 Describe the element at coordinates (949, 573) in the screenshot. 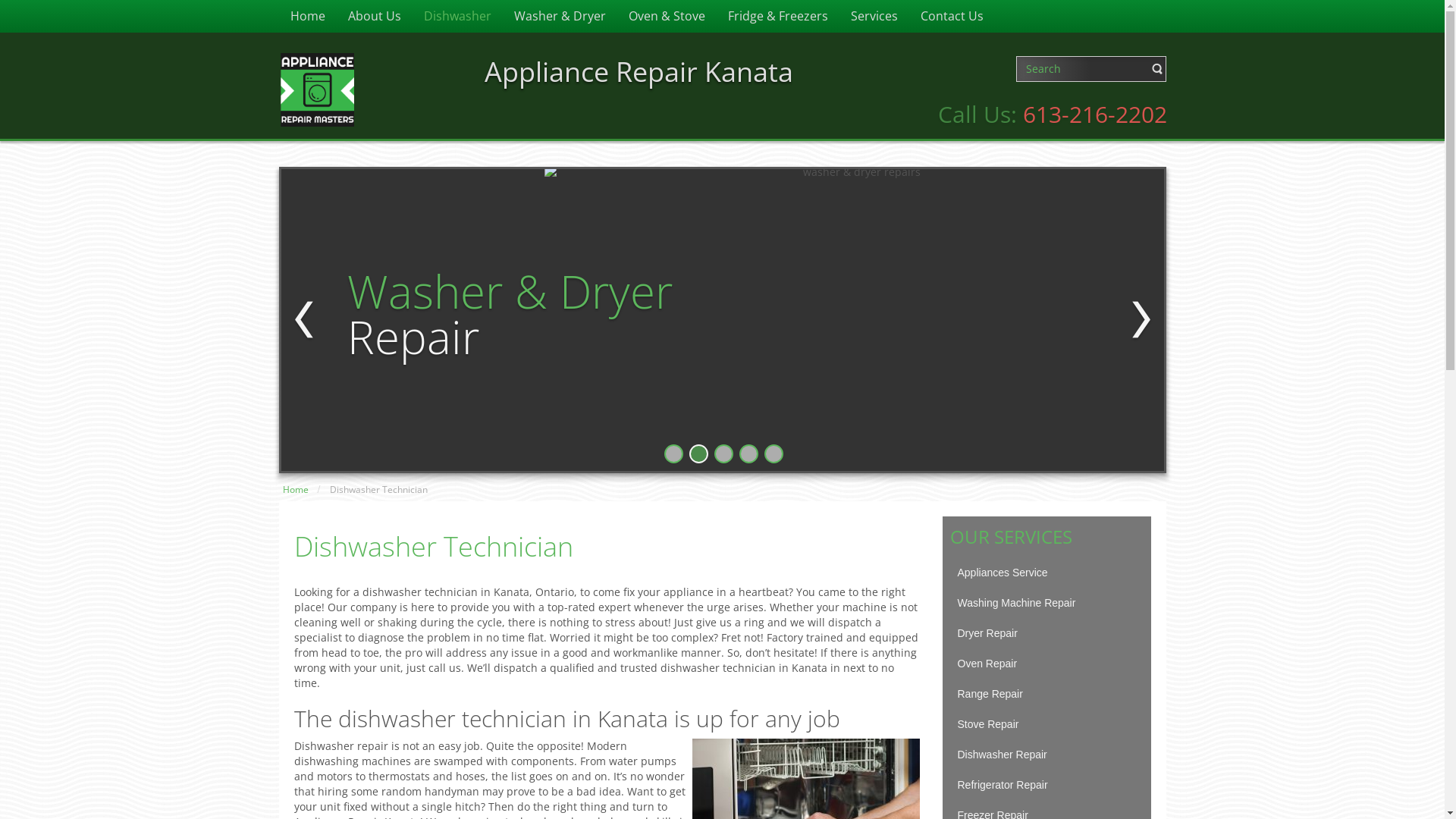

I see `'Appliances Service'` at that location.